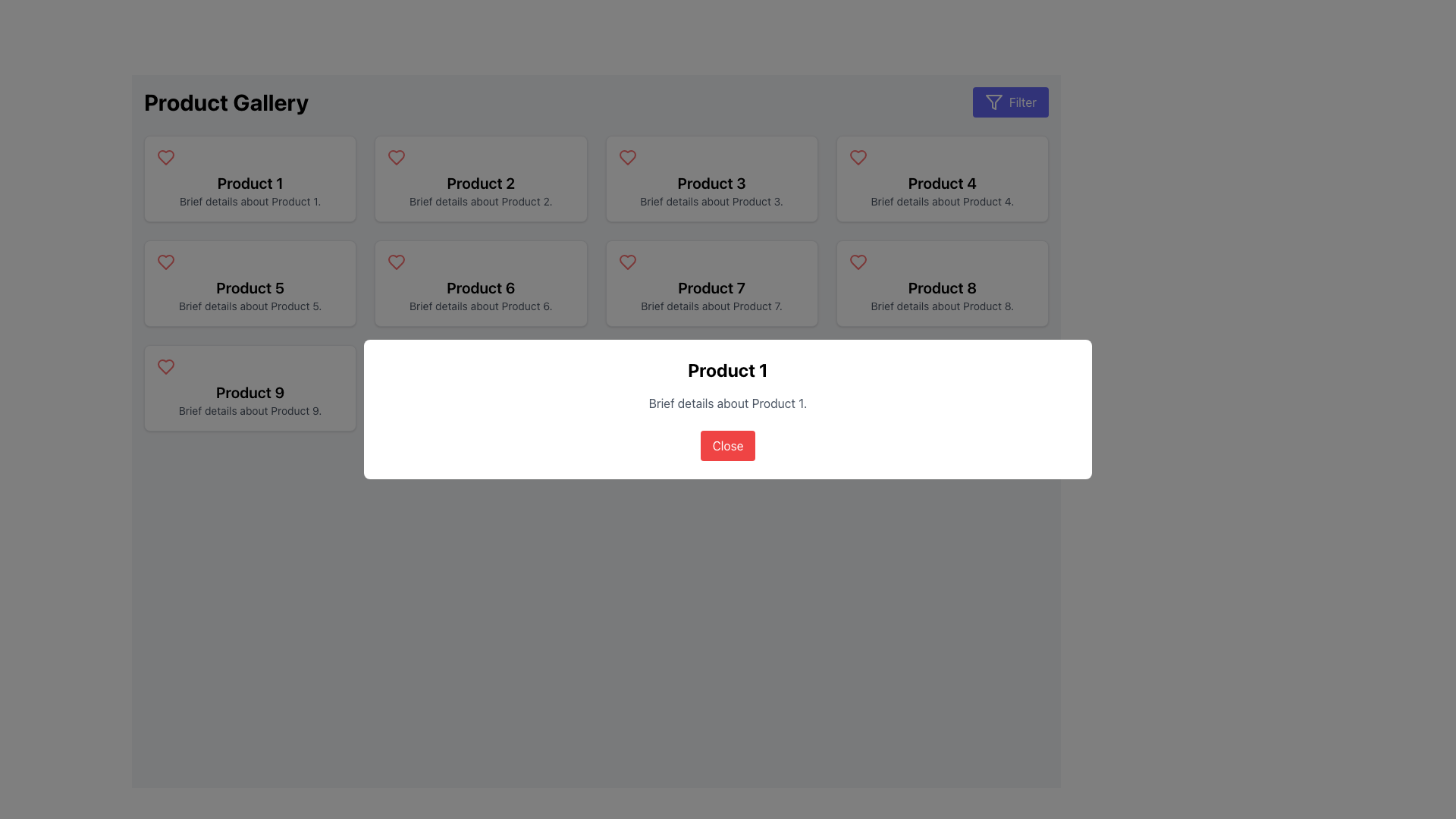  Describe the element at coordinates (711, 201) in the screenshot. I see `the textual description element that provides information about 'Product 3,' positioned beneath its title within the product card` at that location.